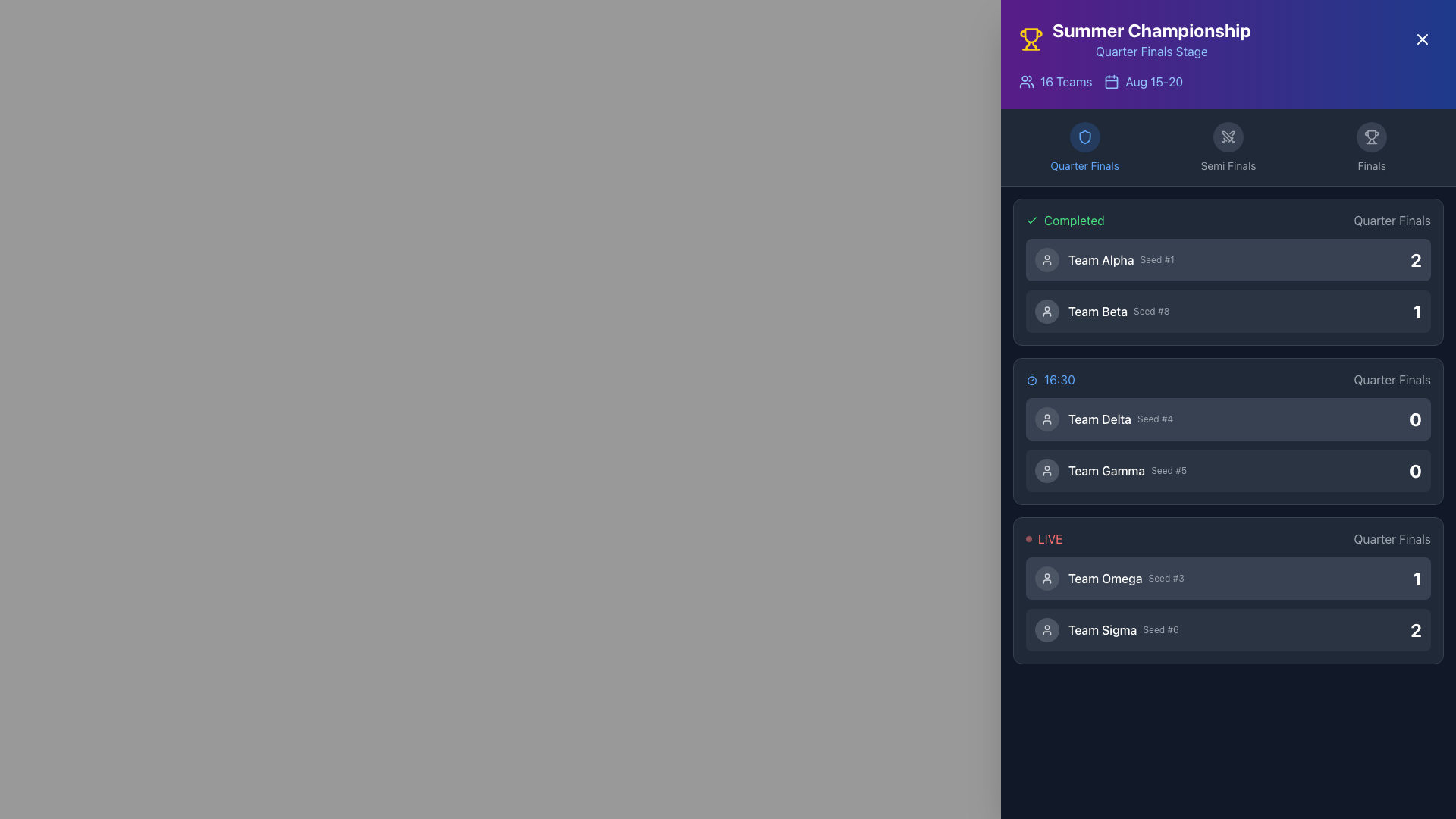  What do you see at coordinates (1104, 419) in the screenshot?
I see `the TextLabelWithIcon displaying the first team's name and seed number in the 'Quarter Finals' section under the match at '16:30'` at bounding box center [1104, 419].